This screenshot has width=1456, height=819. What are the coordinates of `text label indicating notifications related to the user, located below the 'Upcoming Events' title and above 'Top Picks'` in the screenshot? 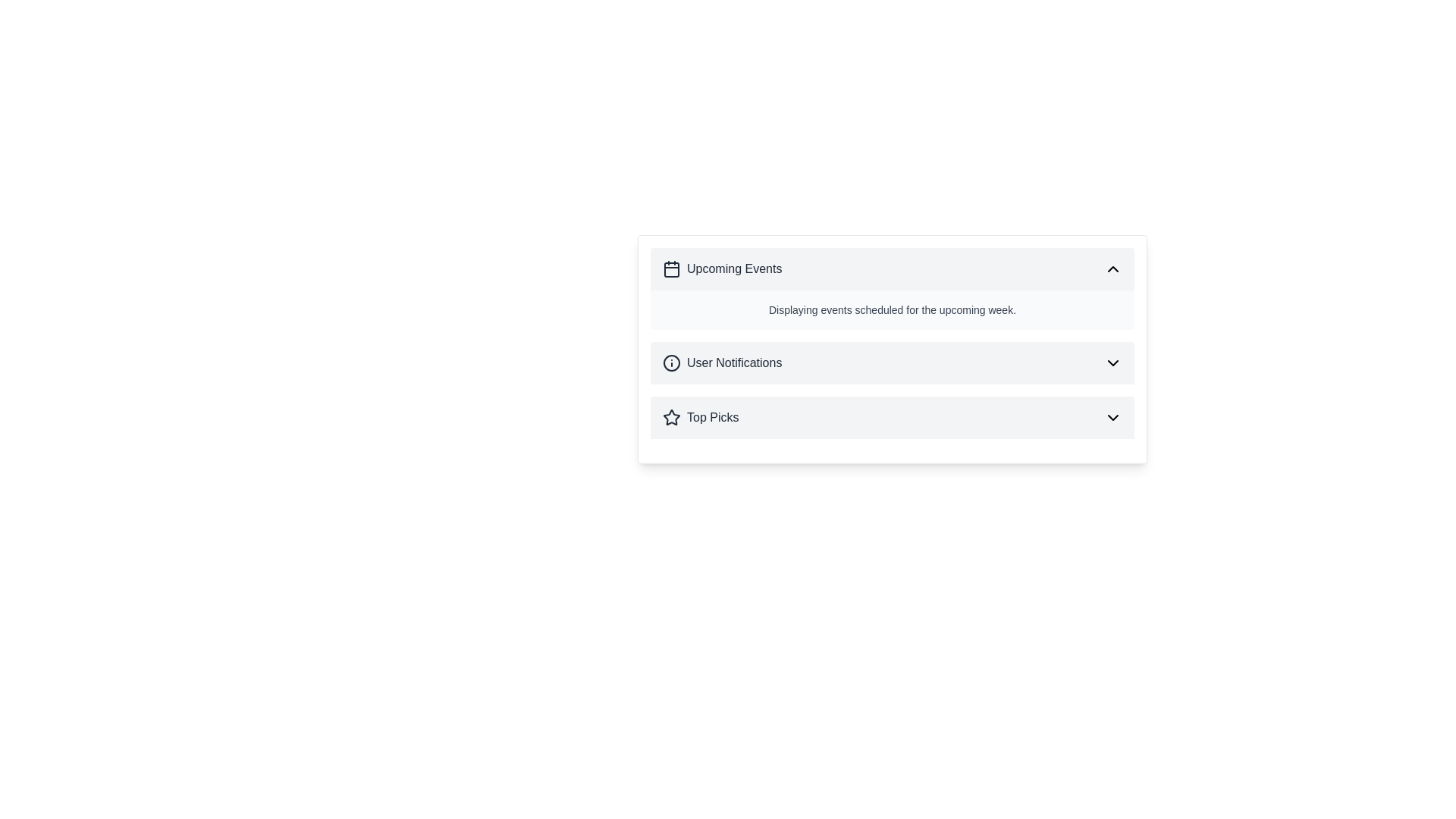 It's located at (734, 362).